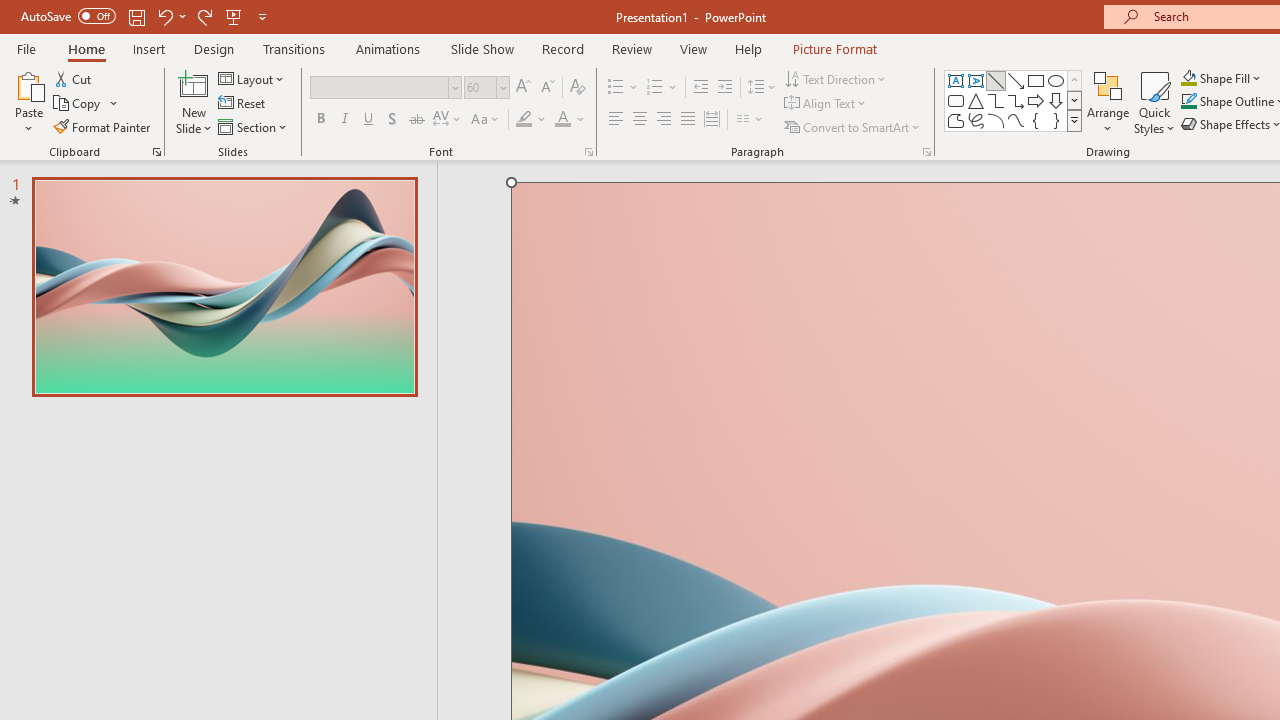 The height and width of the screenshot is (720, 1280). Describe the element at coordinates (835, 48) in the screenshot. I see `'Picture Format'` at that location.